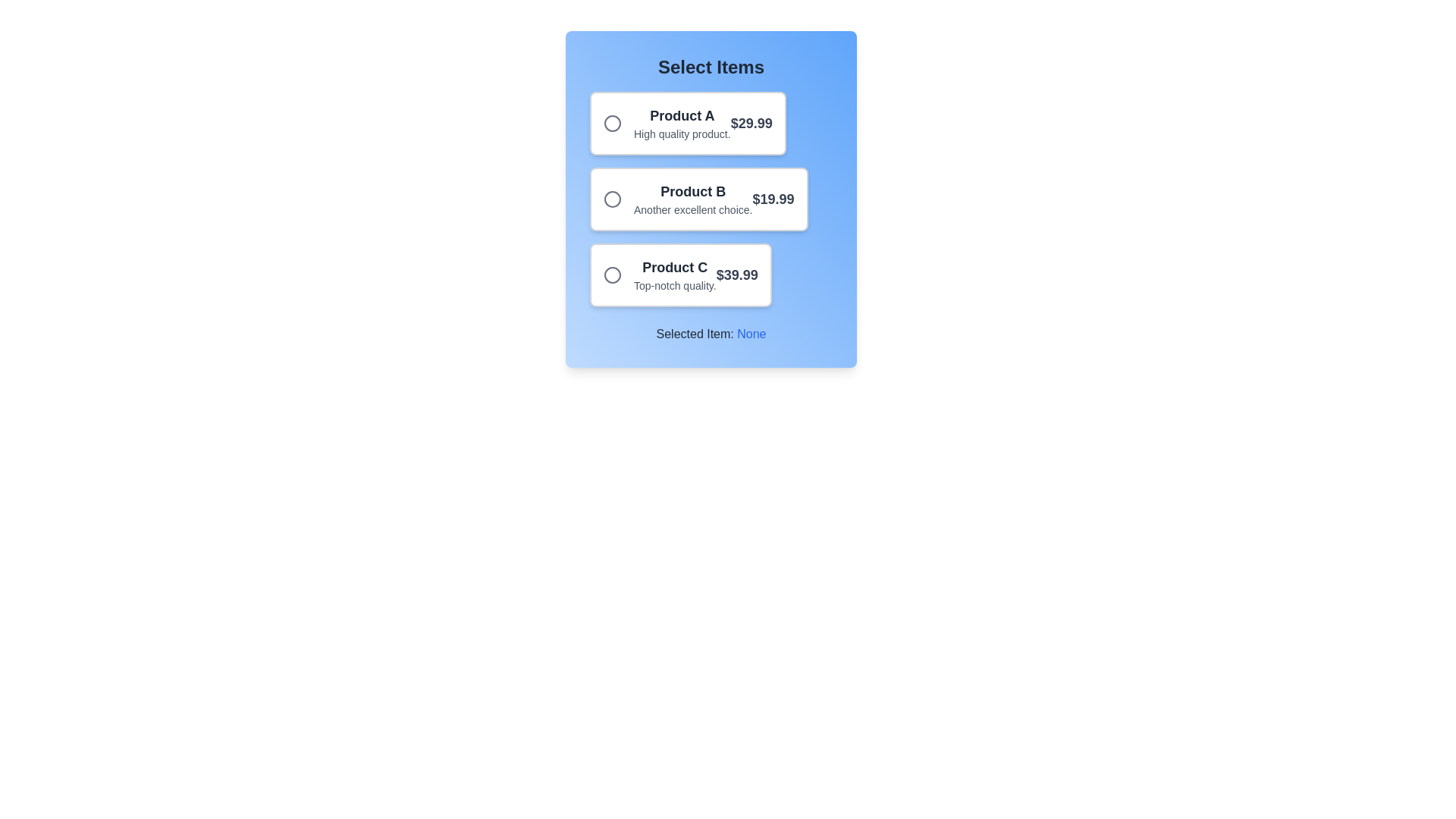  Describe the element at coordinates (612, 275) in the screenshot. I see `the circular SVG graphic that represents 'Product C - $39.99', positioned to the left of the product's name in the interactive product selection card` at that location.